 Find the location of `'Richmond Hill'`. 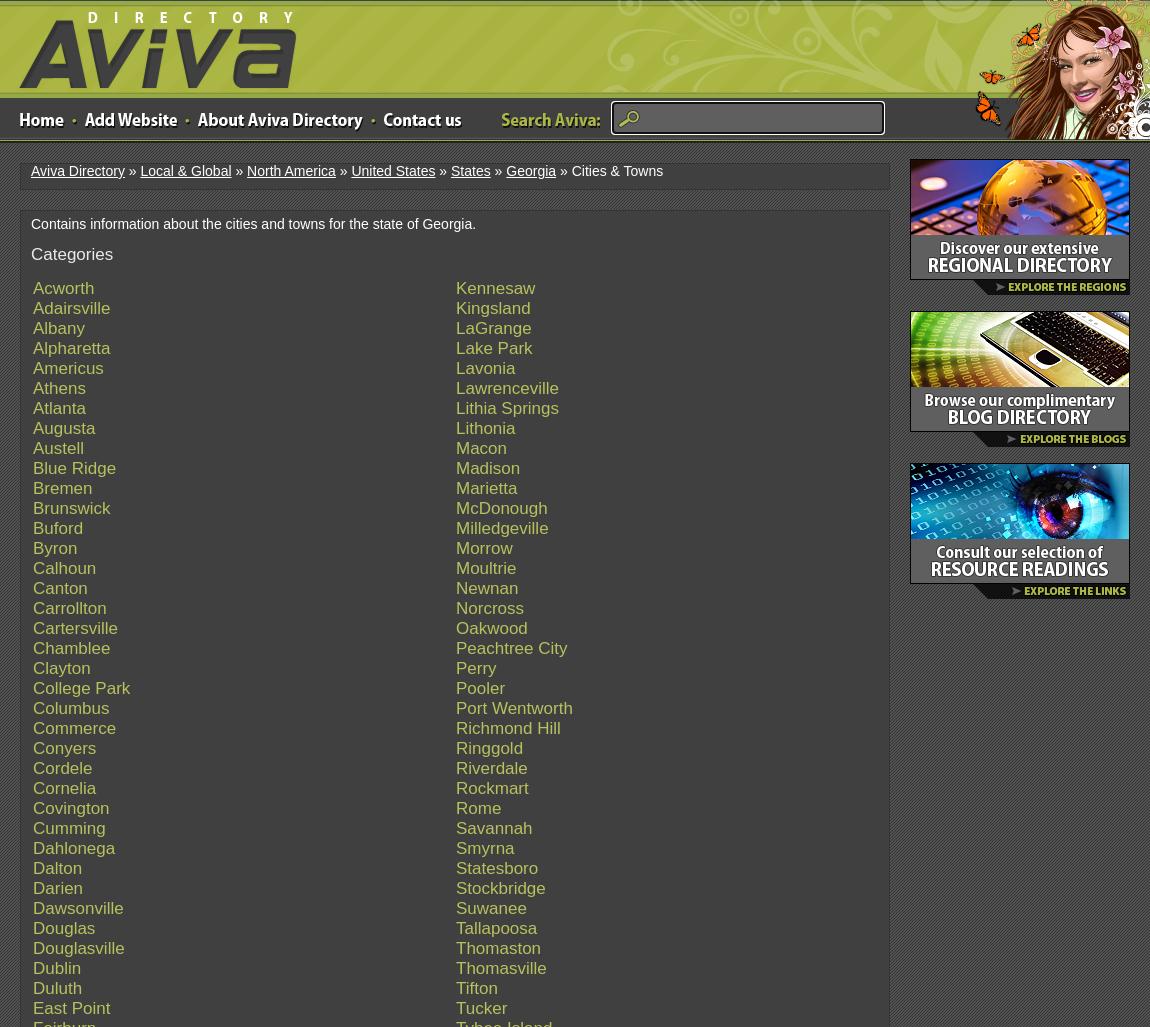

'Richmond Hill' is located at coordinates (507, 728).